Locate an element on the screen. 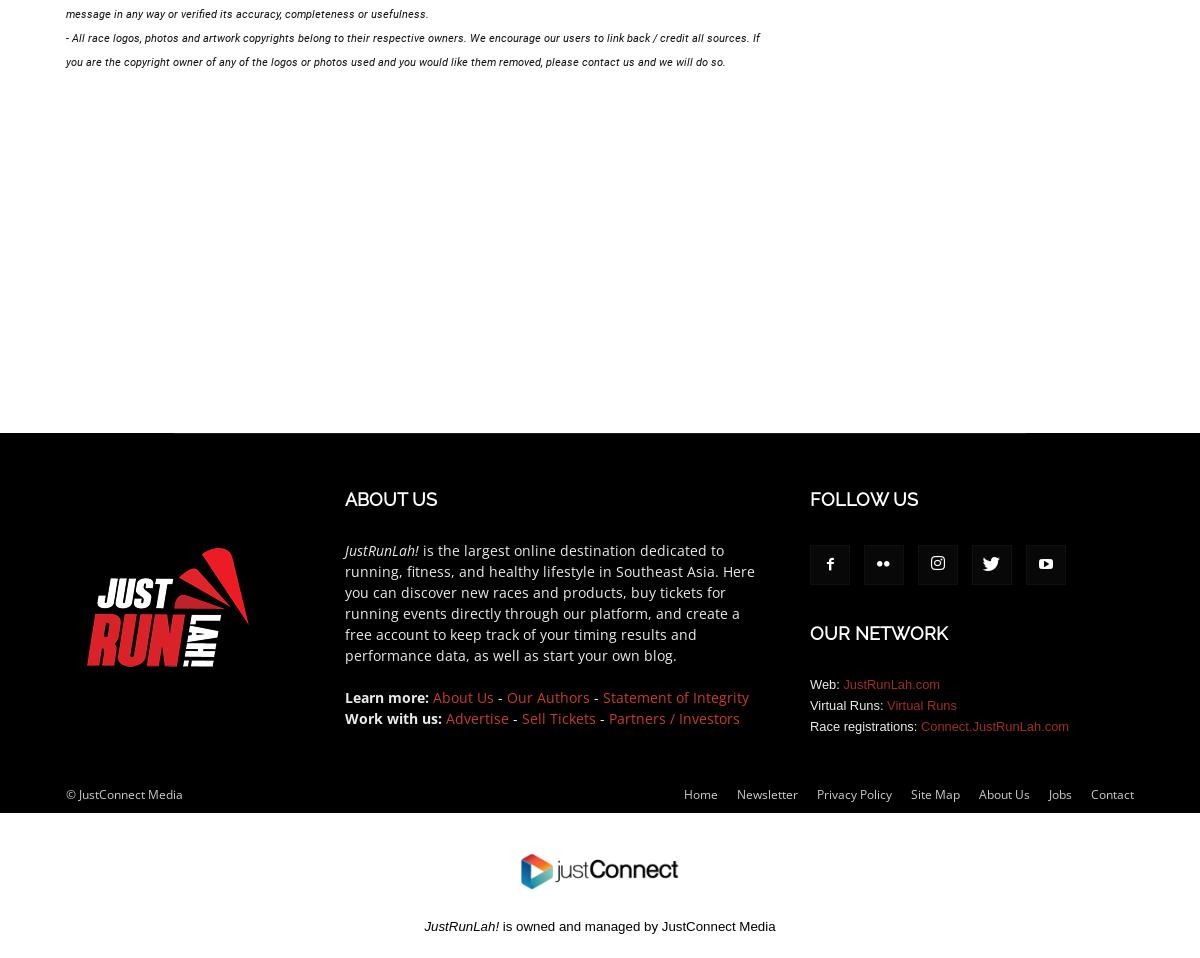 Image resolution: width=1200 pixels, height=958 pixels. 'Learn more:' is located at coordinates (387, 695).